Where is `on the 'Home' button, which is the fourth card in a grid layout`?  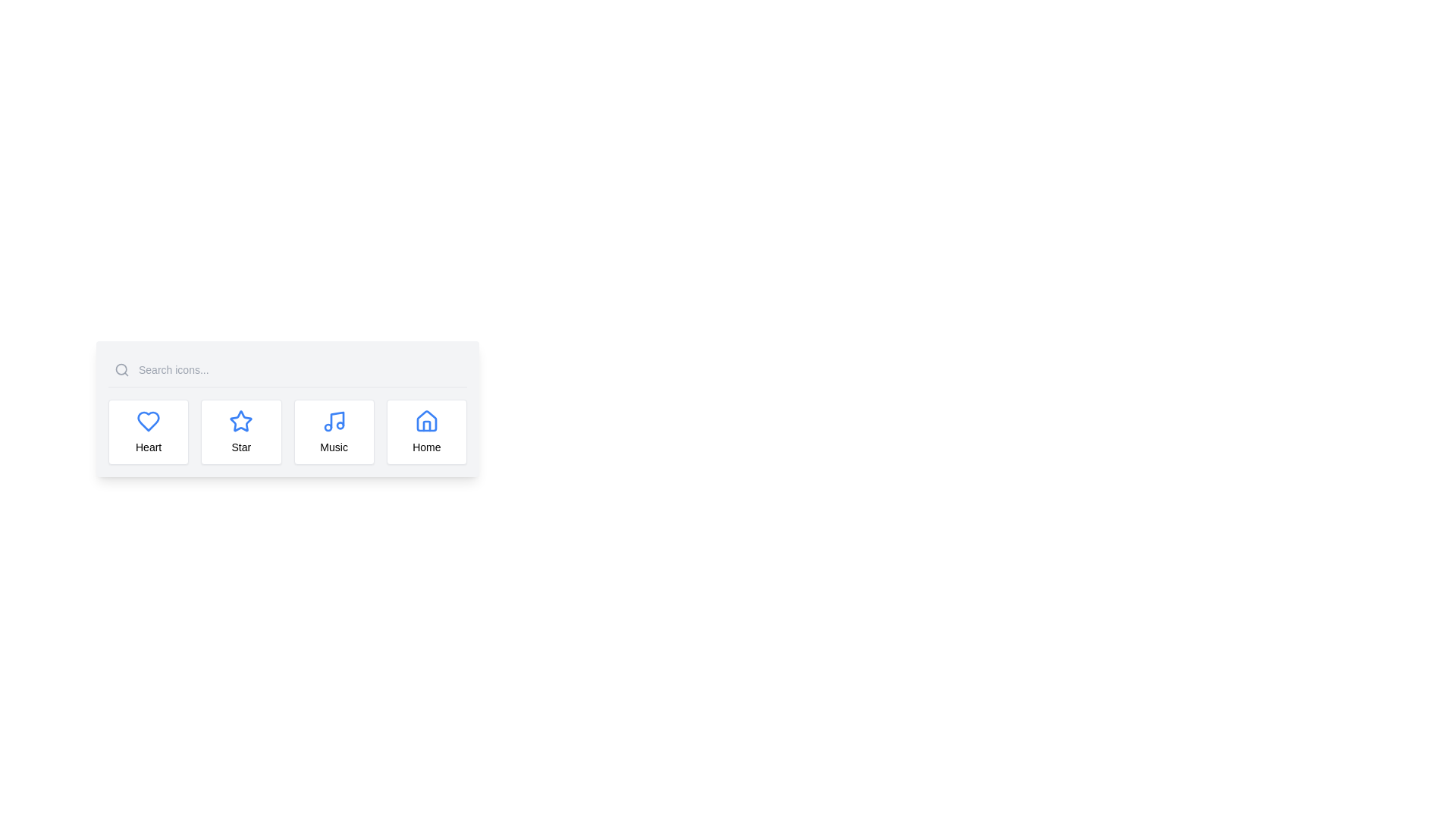
on the 'Home' button, which is the fourth card in a grid layout is located at coordinates (425, 432).